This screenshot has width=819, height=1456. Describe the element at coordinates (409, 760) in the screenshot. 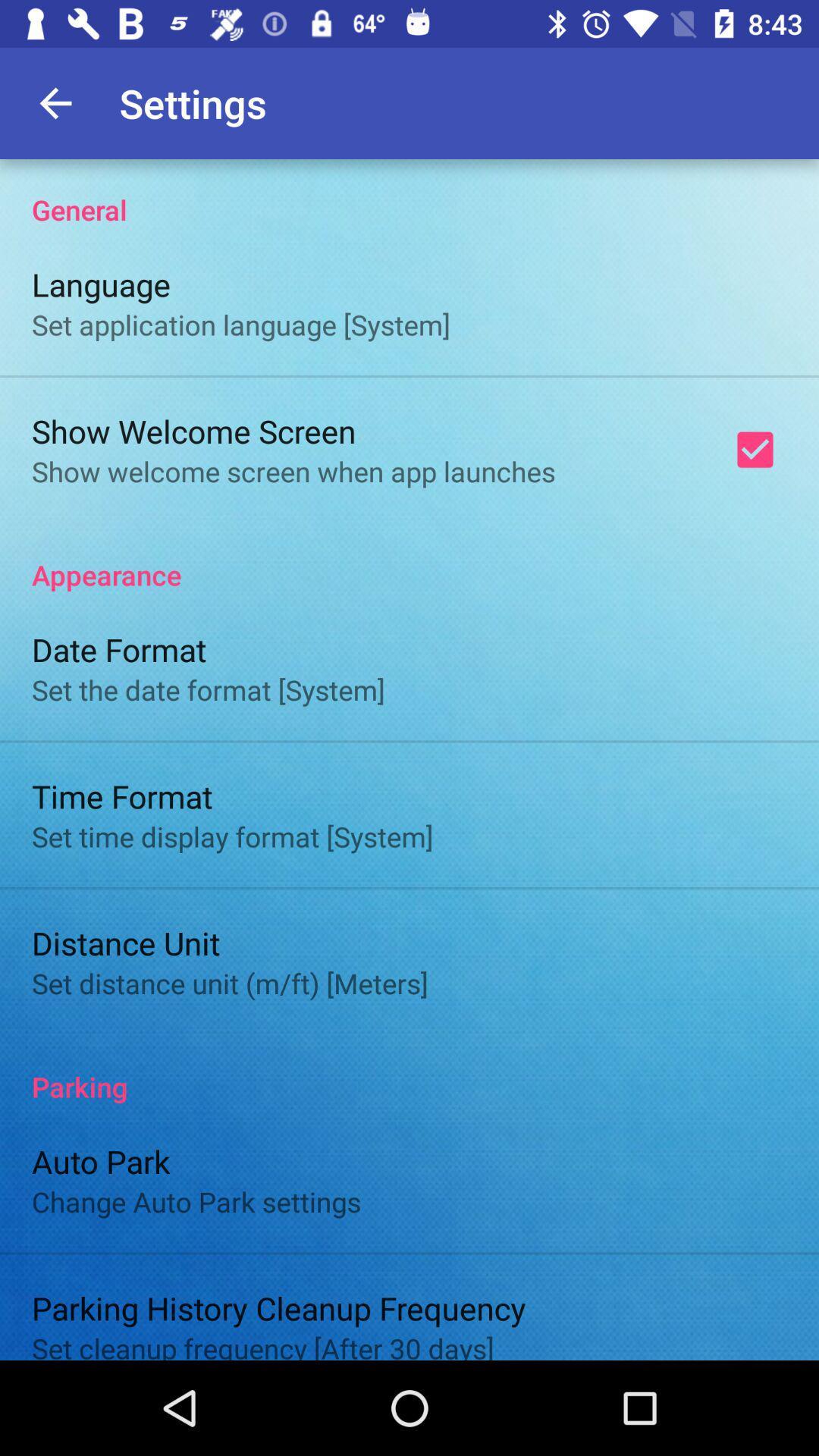

I see `click for more informations` at that location.